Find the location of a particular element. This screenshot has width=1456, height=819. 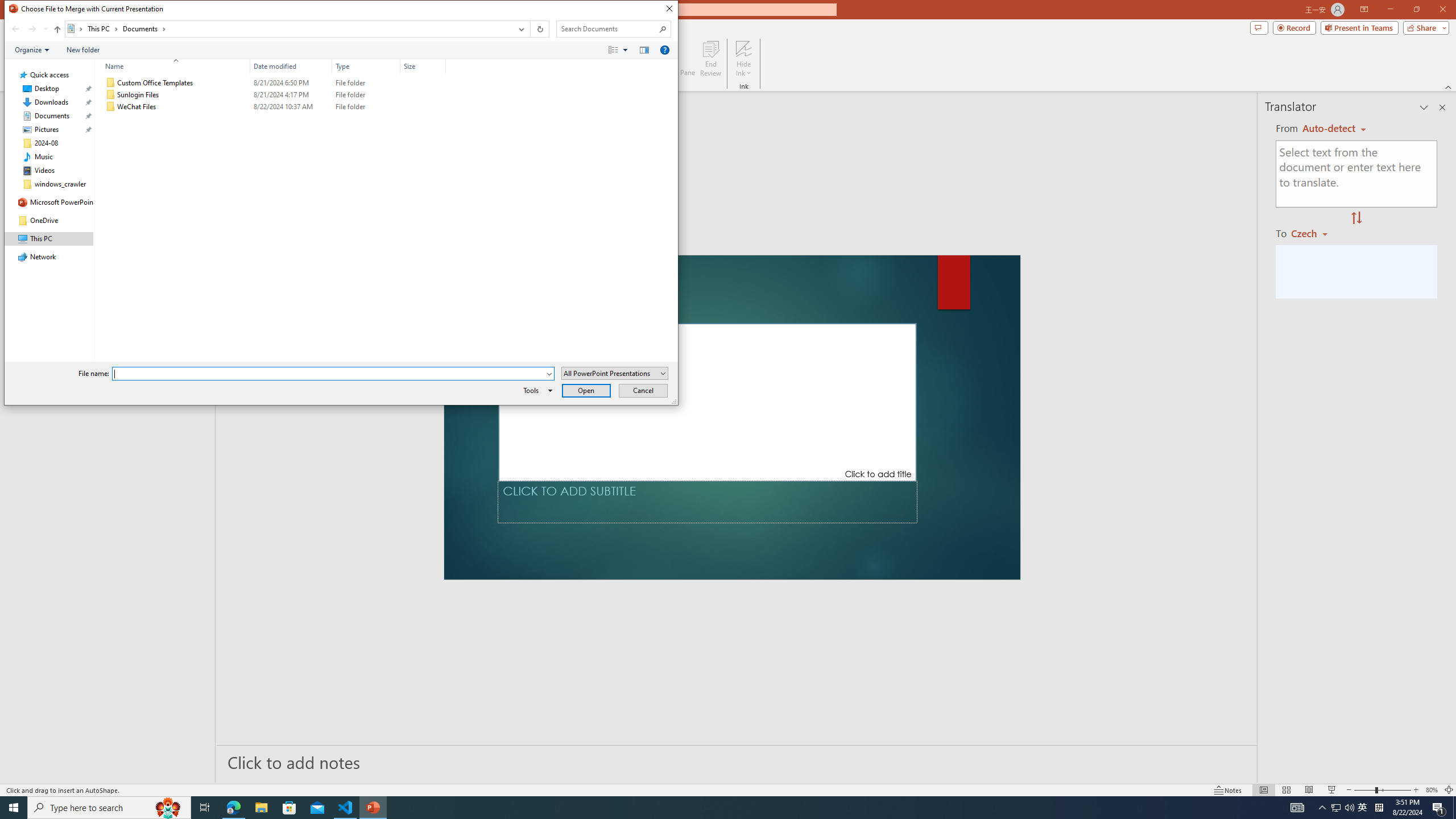

'Up to "This PC" (Alt + Up Arrow)' is located at coordinates (57, 28).